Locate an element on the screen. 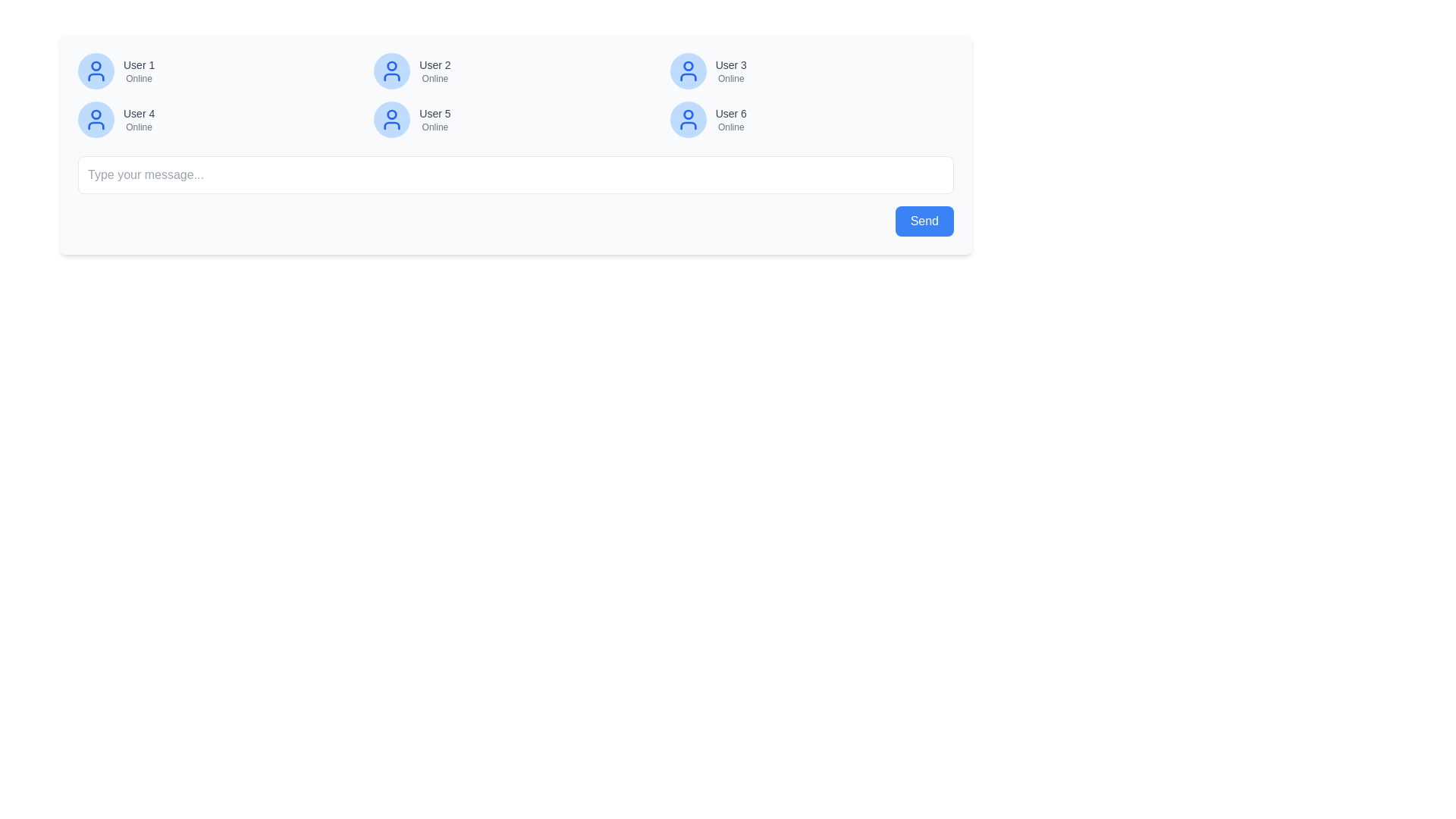 This screenshot has width=1456, height=819. the 'Online' text label element, which is a small light gray label positioned below the 'User 5' text in the user list is located at coordinates (434, 127).